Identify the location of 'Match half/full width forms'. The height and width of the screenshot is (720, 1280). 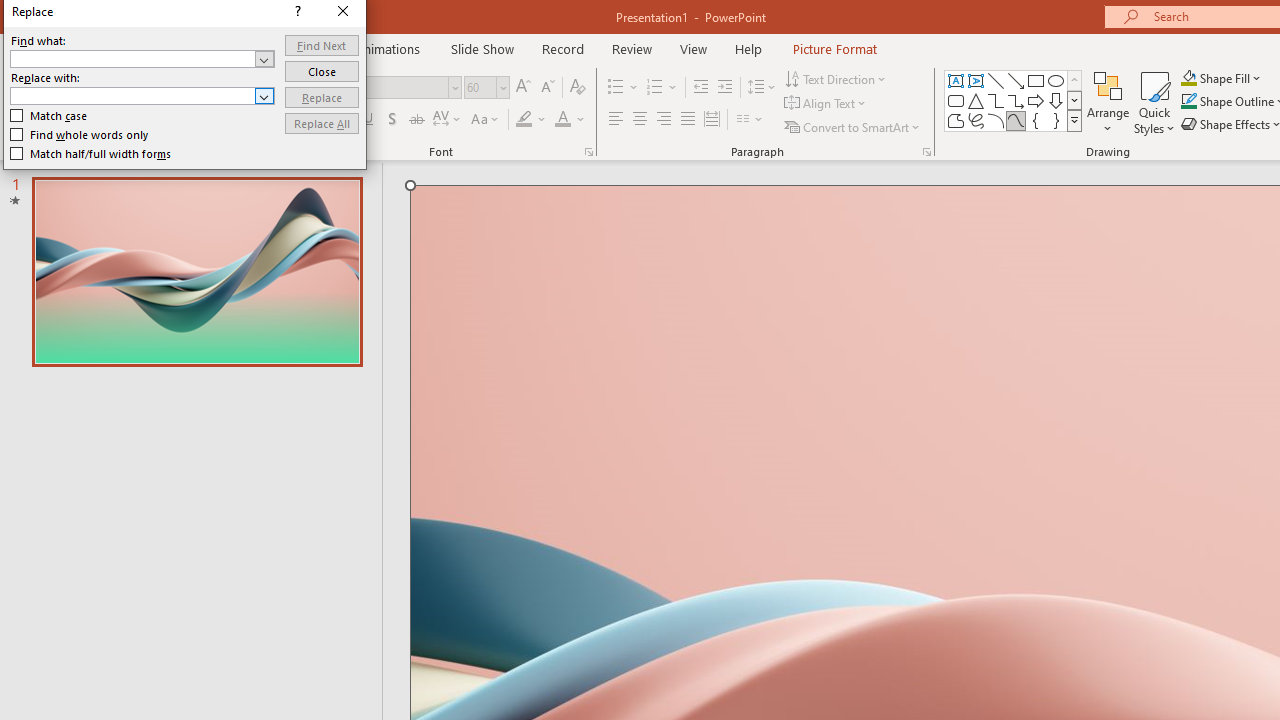
(90, 153).